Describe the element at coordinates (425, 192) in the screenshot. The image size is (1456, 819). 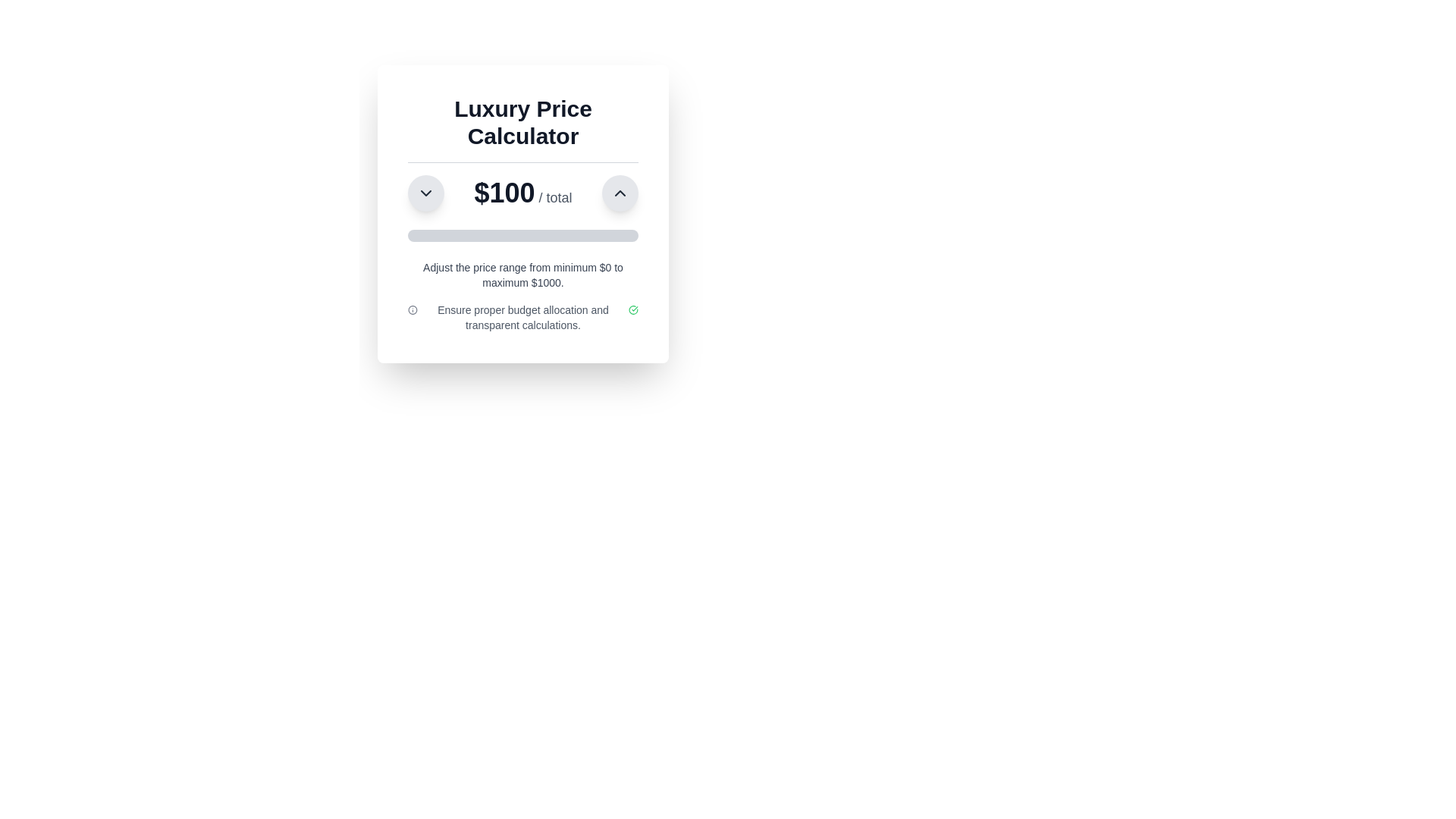
I see `the downward-pointing chevron icon located in the bottom-right corner of the circular button to the left of the displayed numerical value '$100 / total'` at that location.